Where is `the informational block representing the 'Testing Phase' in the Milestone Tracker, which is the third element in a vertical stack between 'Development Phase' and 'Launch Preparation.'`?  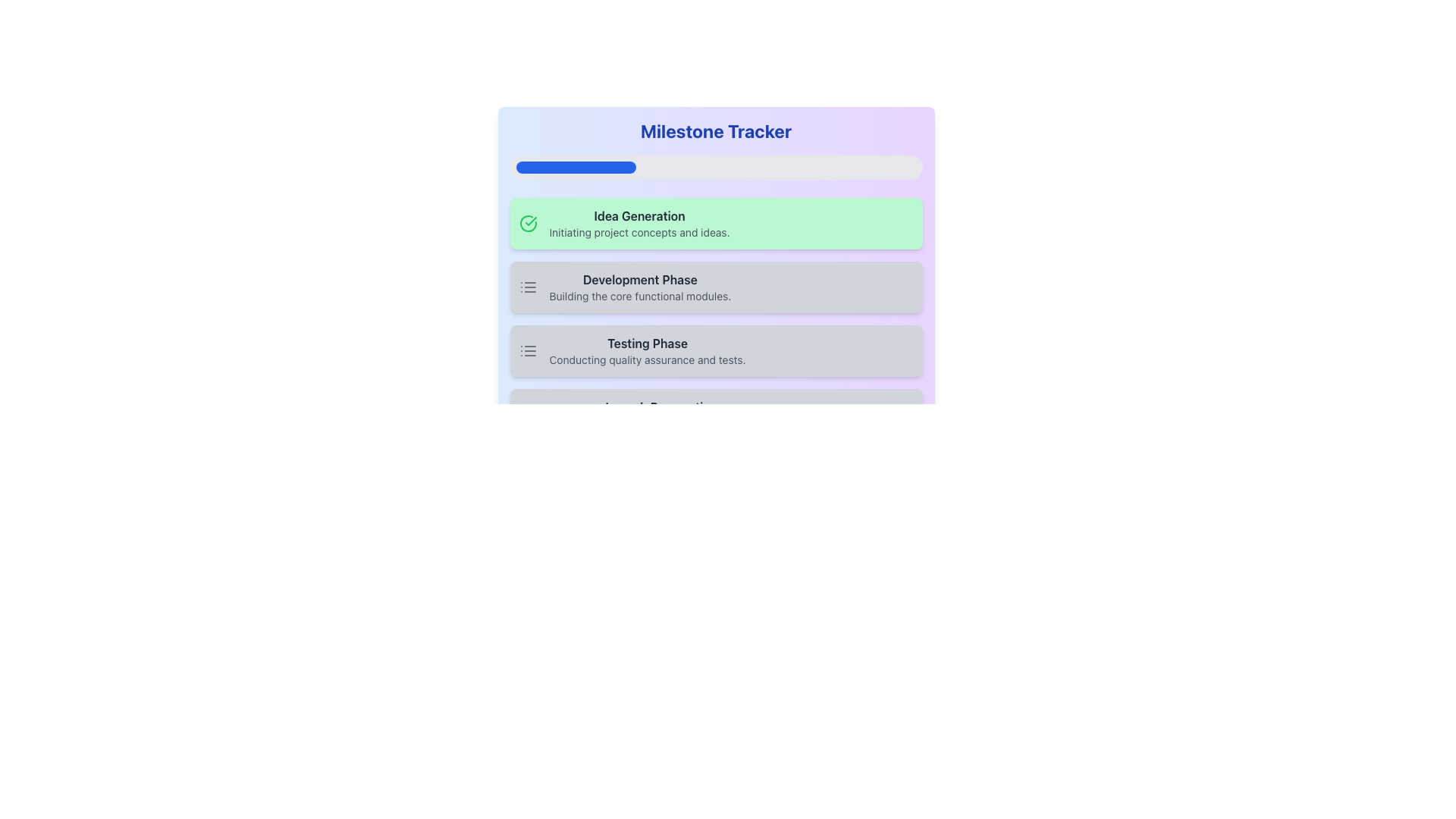 the informational block representing the 'Testing Phase' in the Milestone Tracker, which is the third element in a vertical stack between 'Development Phase' and 'Launch Preparation.' is located at coordinates (715, 350).